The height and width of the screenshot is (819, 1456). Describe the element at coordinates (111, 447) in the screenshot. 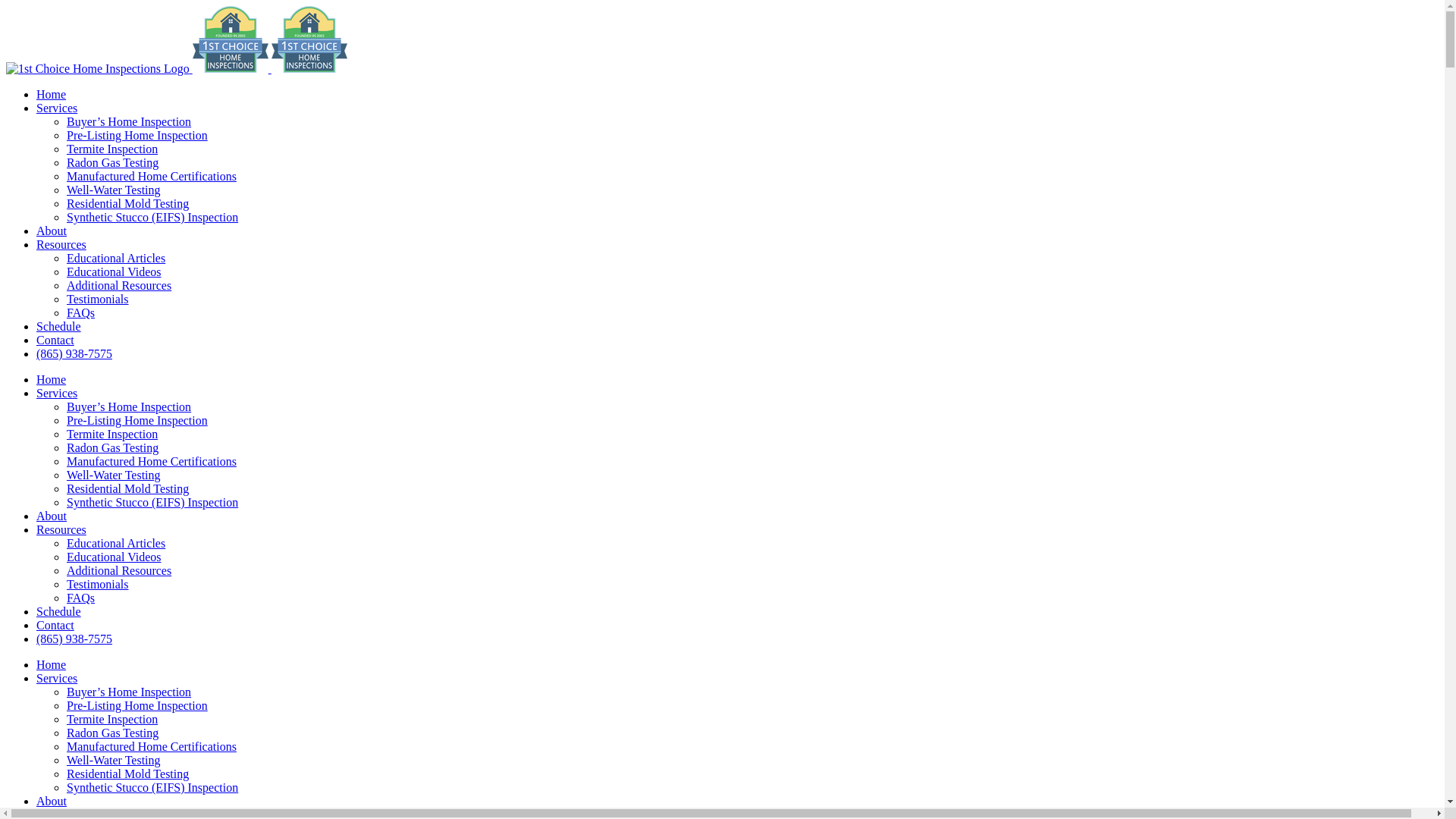

I see `'Radon Gas Testing'` at that location.